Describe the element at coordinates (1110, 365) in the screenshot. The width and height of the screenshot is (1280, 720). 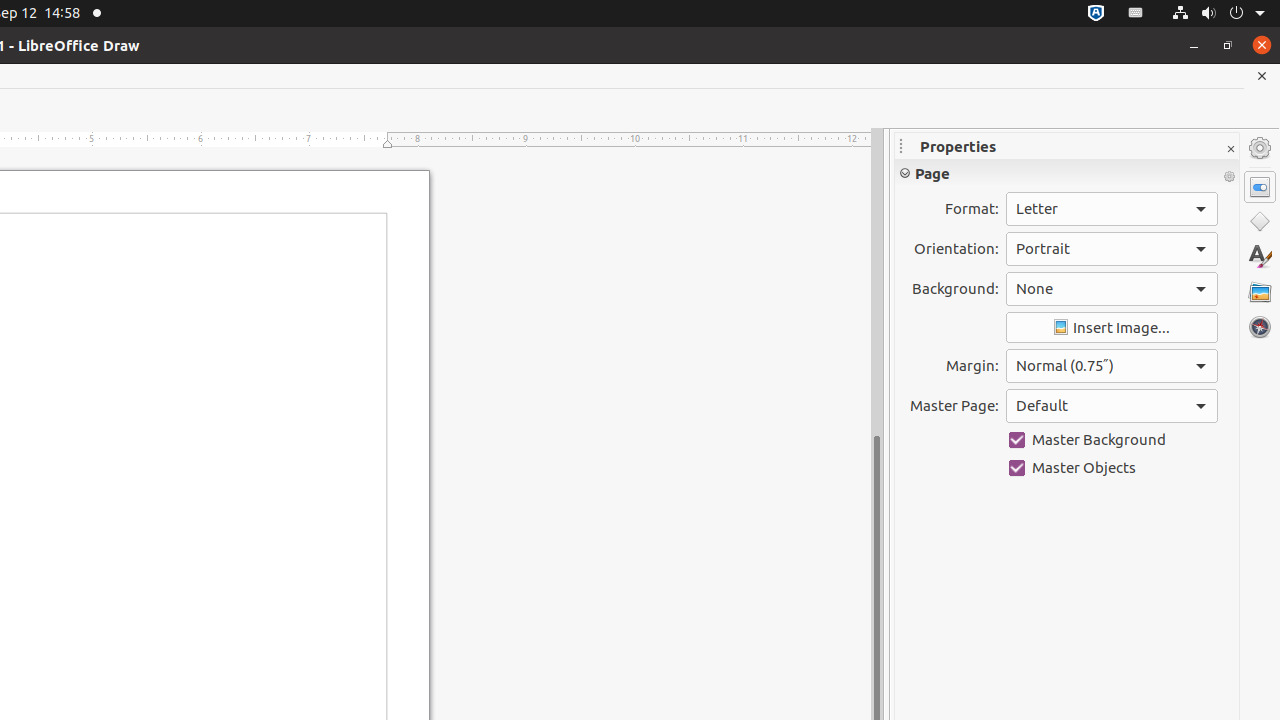
I see `'Margin:'` at that location.